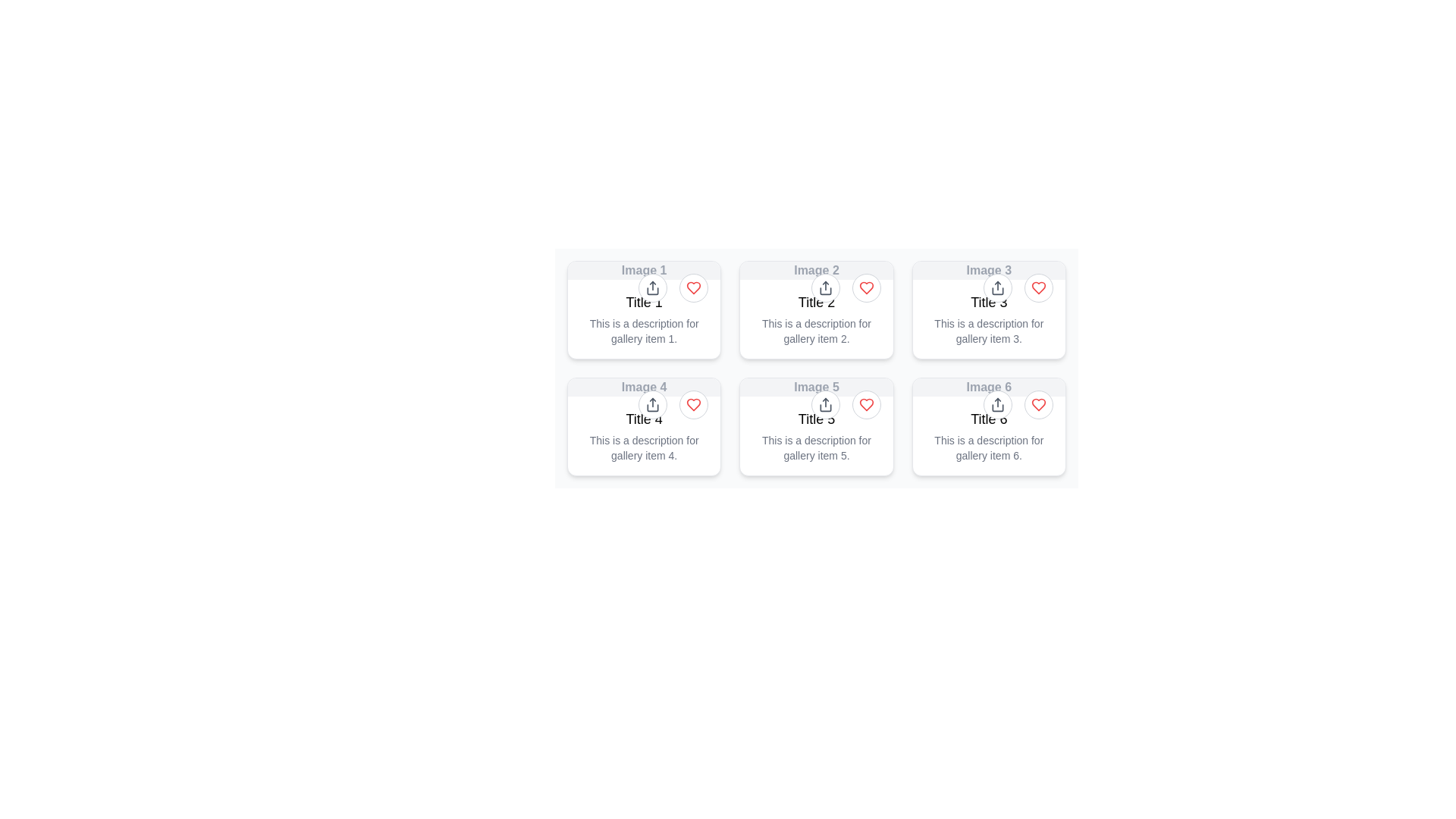  Describe the element at coordinates (693, 403) in the screenshot. I see `the interactive button located at the top-right corner of the card labeled 'Image 4 Title 4'` at that location.